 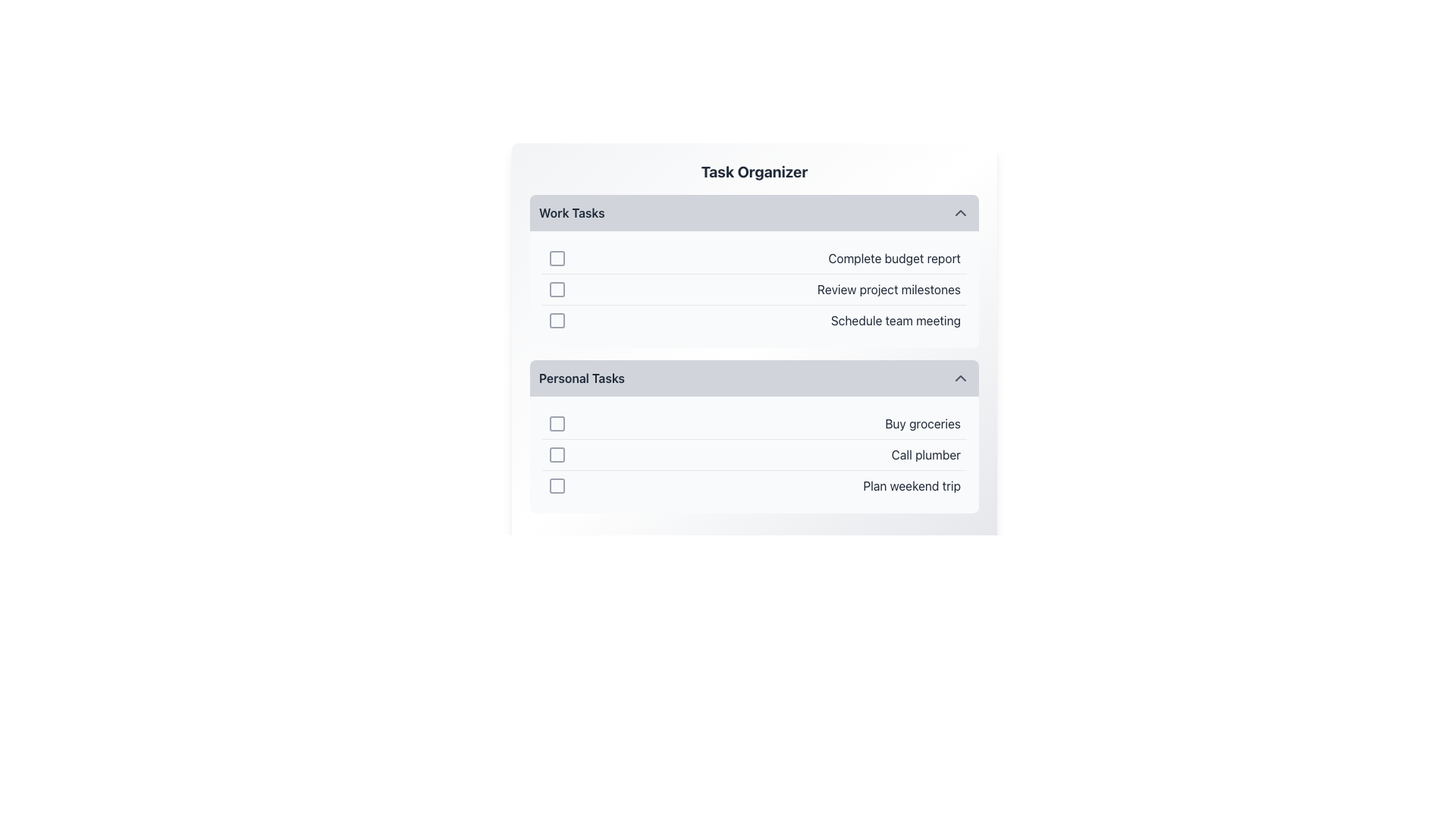 What do you see at coordinates (894, 257) in the screenshot?
I see `the text label displaying 'Complete budget report'` at bounding box center [894, 257].